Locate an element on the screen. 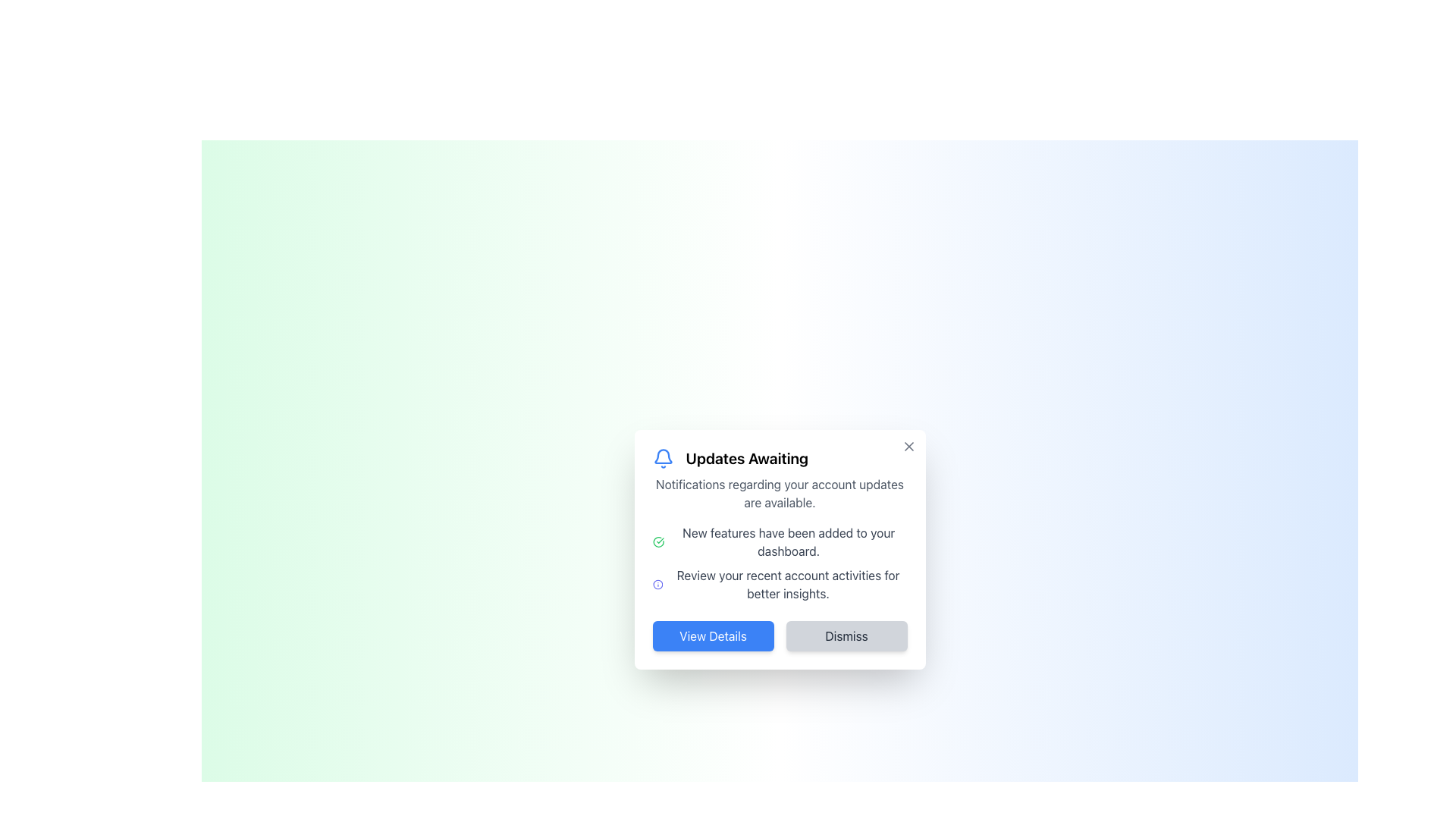 The height and width of the screenshot is (819, 1456). the notification icon located inside the 'Updates Awaiting' box, positioned to the left of the title text is located at coordinates (663, 458).